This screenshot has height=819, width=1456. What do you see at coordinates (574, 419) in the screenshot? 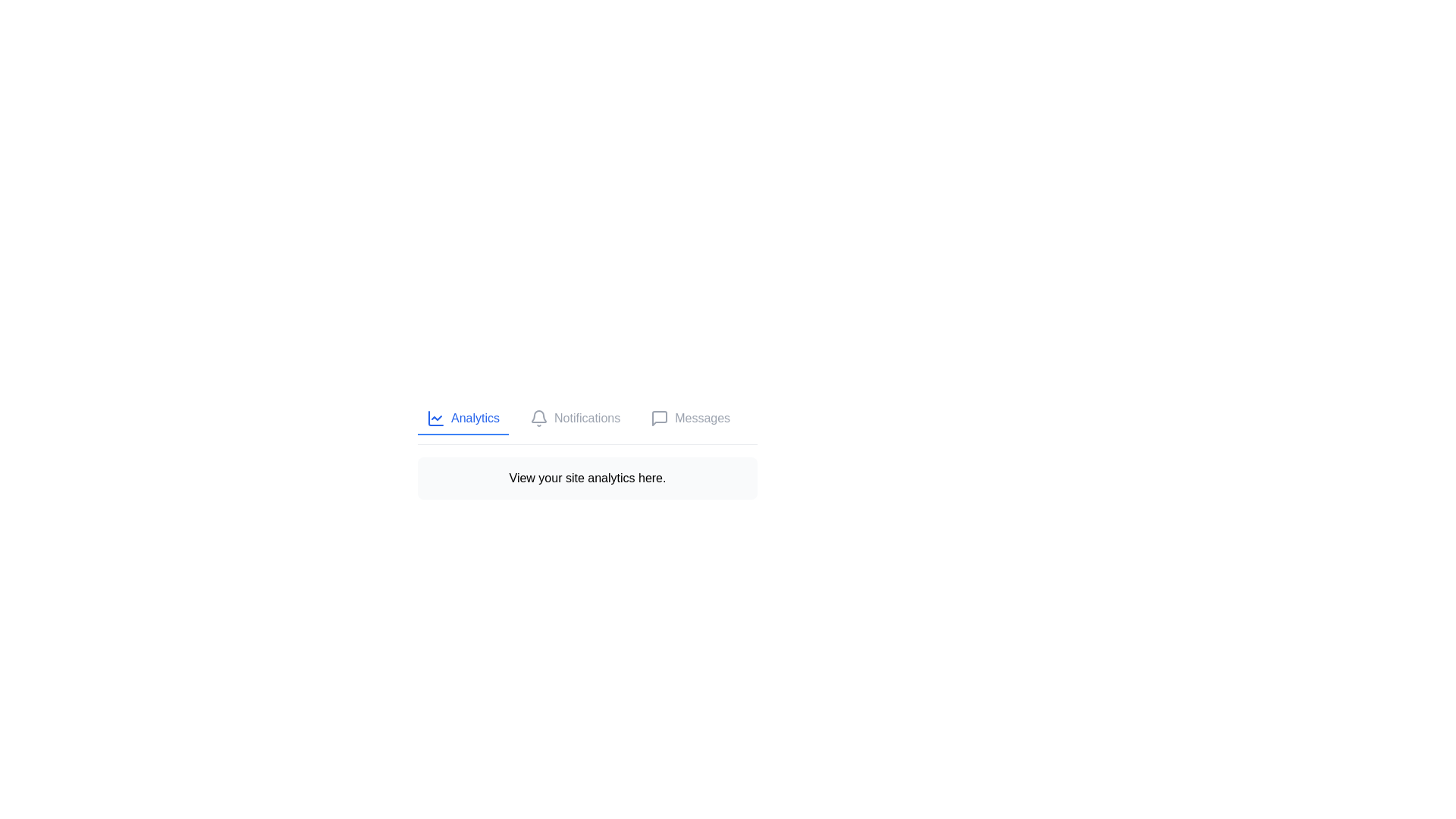
I see `the tab associated with Notifications` at bounding box center [574, 419].